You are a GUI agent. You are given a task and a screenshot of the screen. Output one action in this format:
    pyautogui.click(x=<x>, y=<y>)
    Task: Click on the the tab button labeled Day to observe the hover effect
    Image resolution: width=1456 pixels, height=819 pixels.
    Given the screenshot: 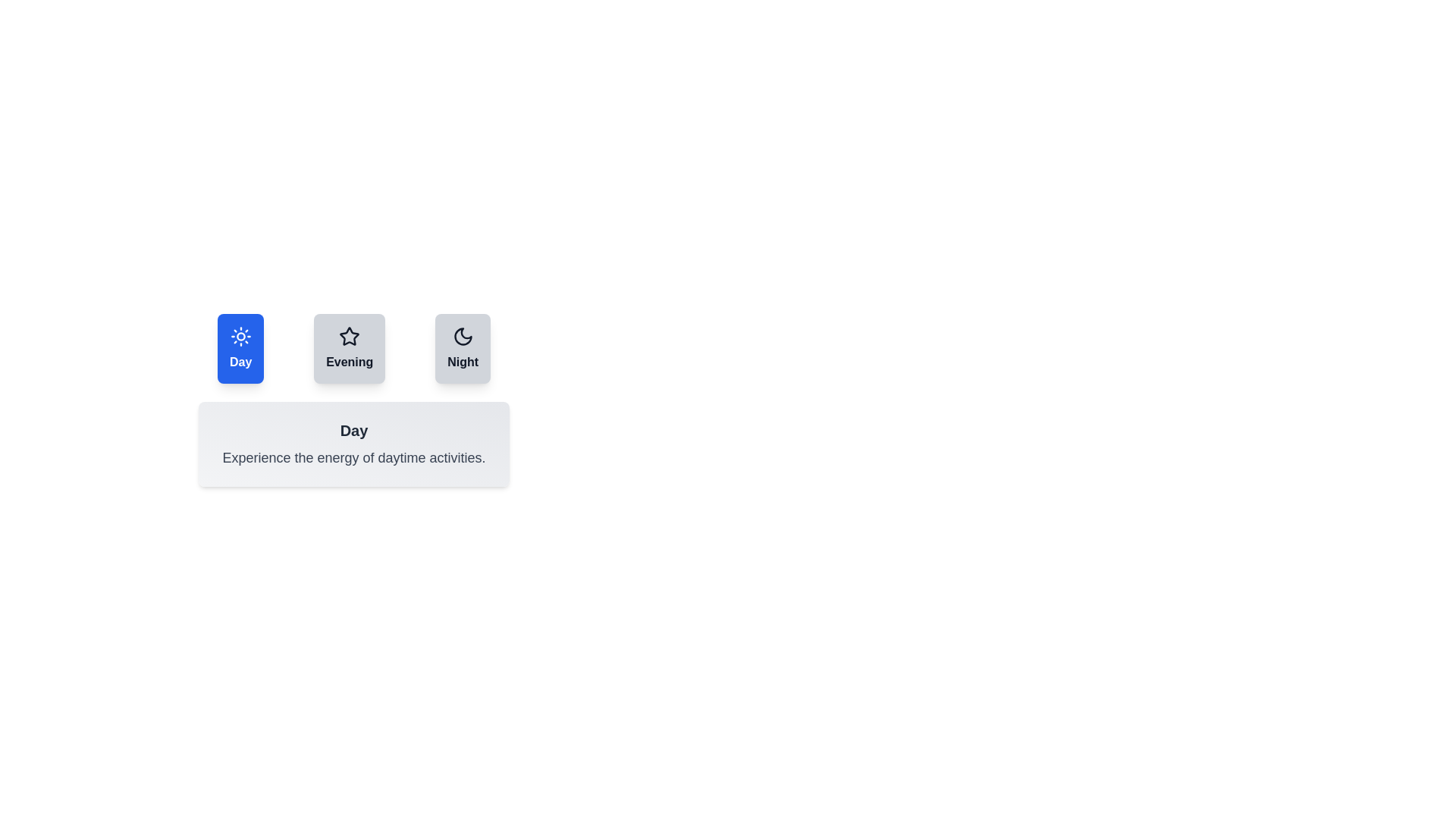 What is the action you would take?
    pyautogui.click(x=240, y=348)
    